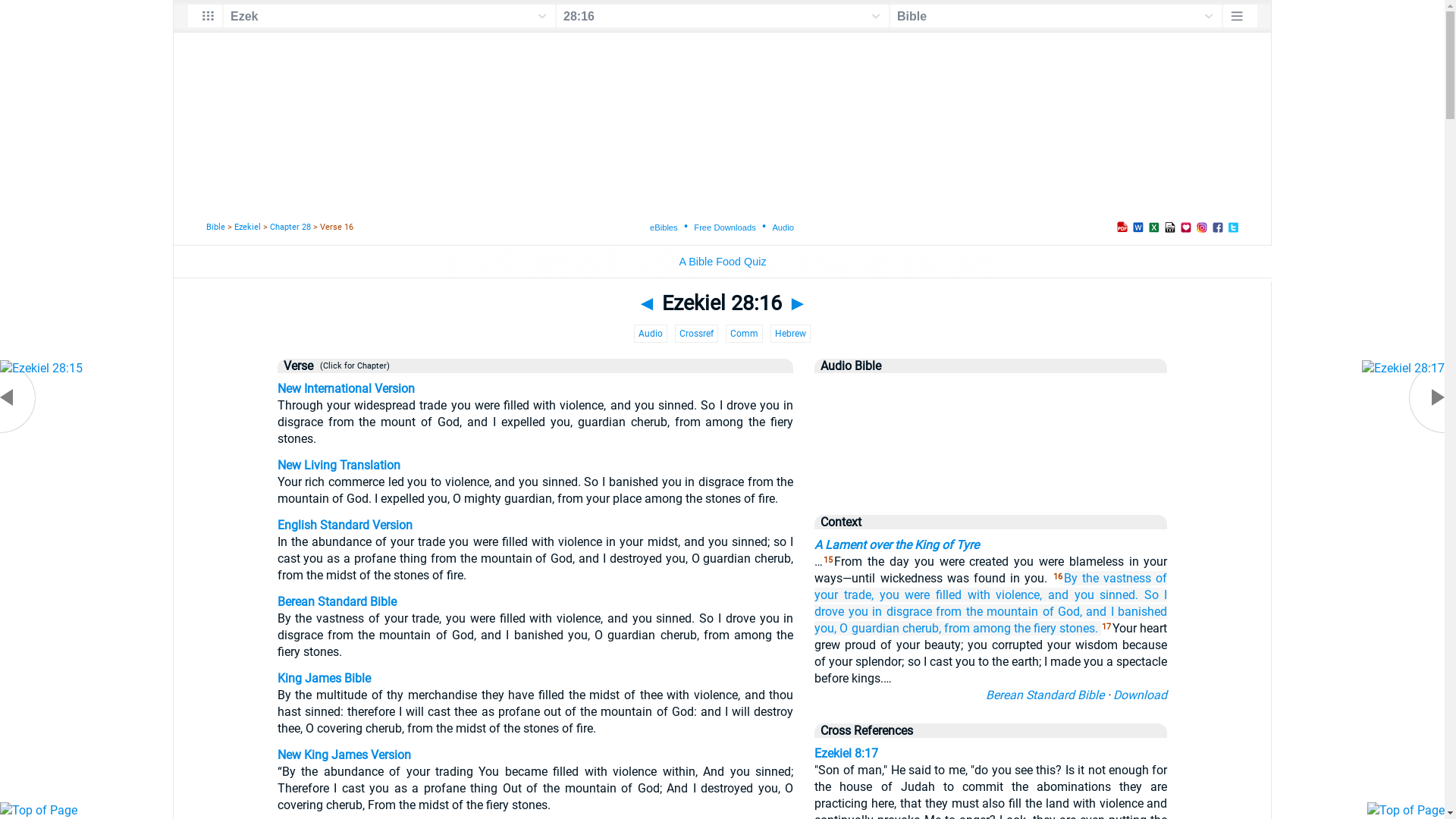 This screenshot has width=1456, height=819. What do you see at coordinates (41, 368) in the screenshot?
I see `'Ezekiel 28:15'` at bounding box center [41, 368].